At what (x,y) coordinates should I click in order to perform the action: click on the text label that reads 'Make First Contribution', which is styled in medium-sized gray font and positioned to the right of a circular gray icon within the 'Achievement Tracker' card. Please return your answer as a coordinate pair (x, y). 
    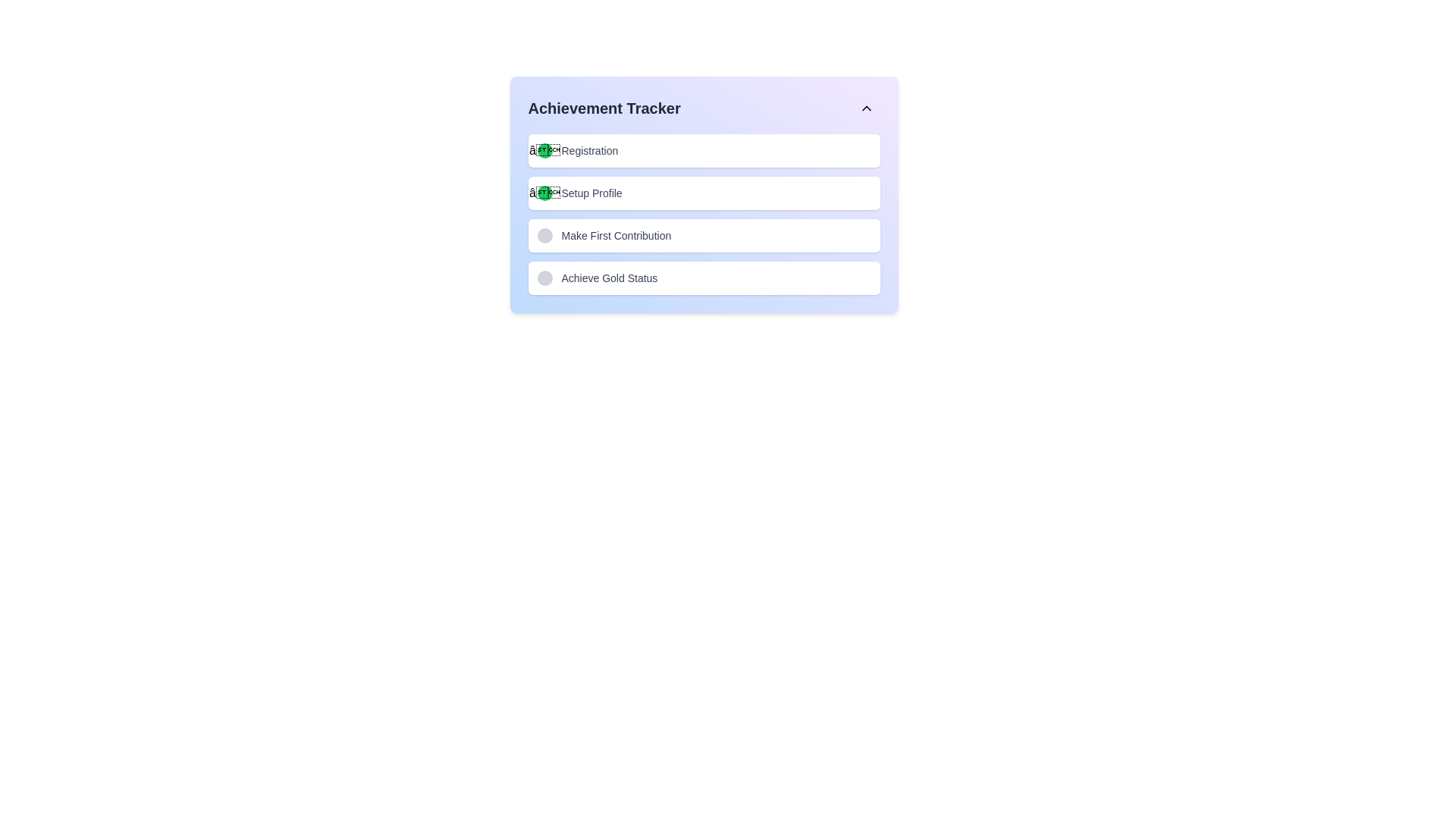
    Looking at the image, I should click on (616, 236).